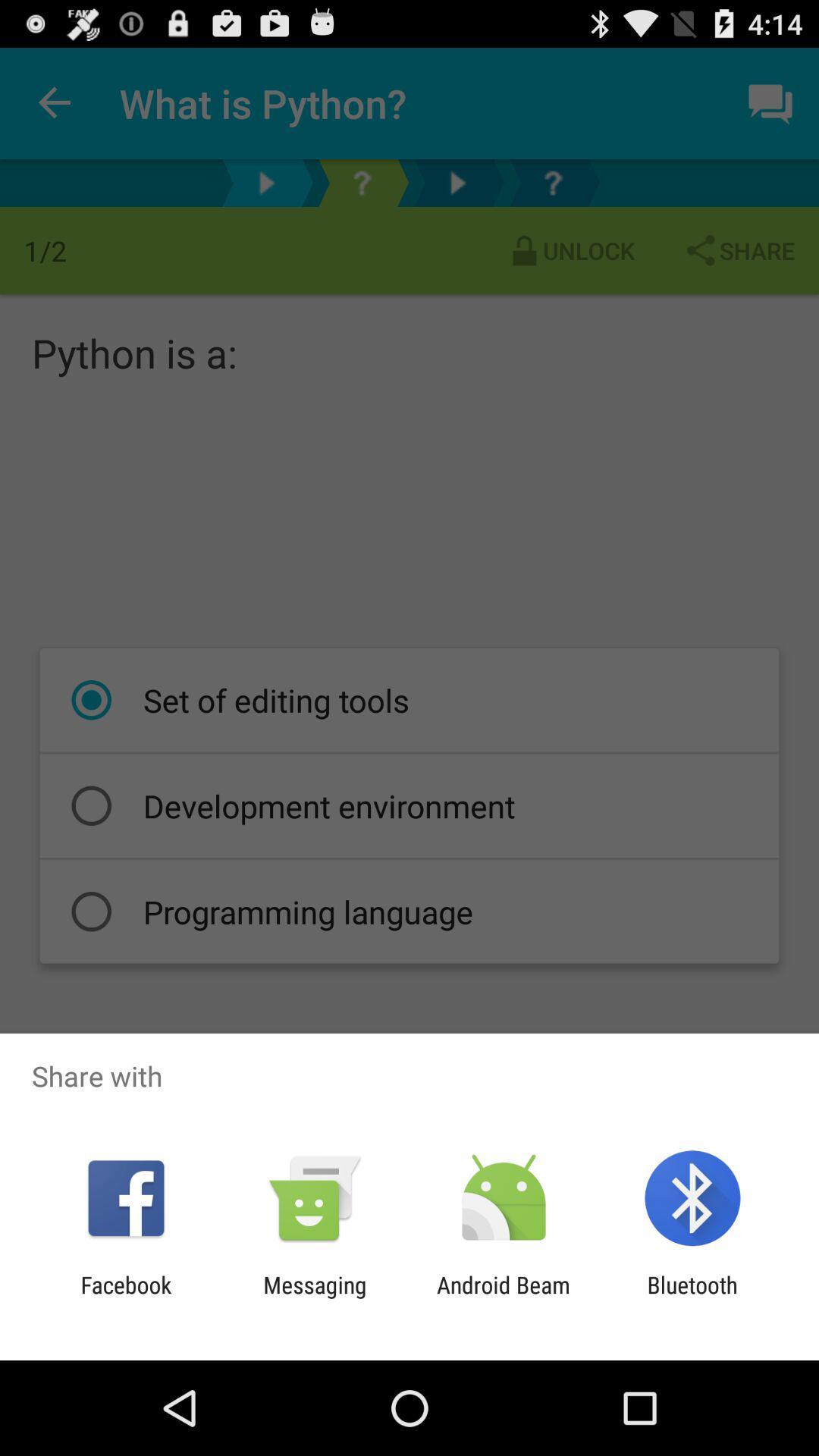 This screenshot has height=1456, width=819. What do you see at coordinates (314, 1298) in the screenshot?
I see `the item next to facebook` at bounding box center [314, 1298].